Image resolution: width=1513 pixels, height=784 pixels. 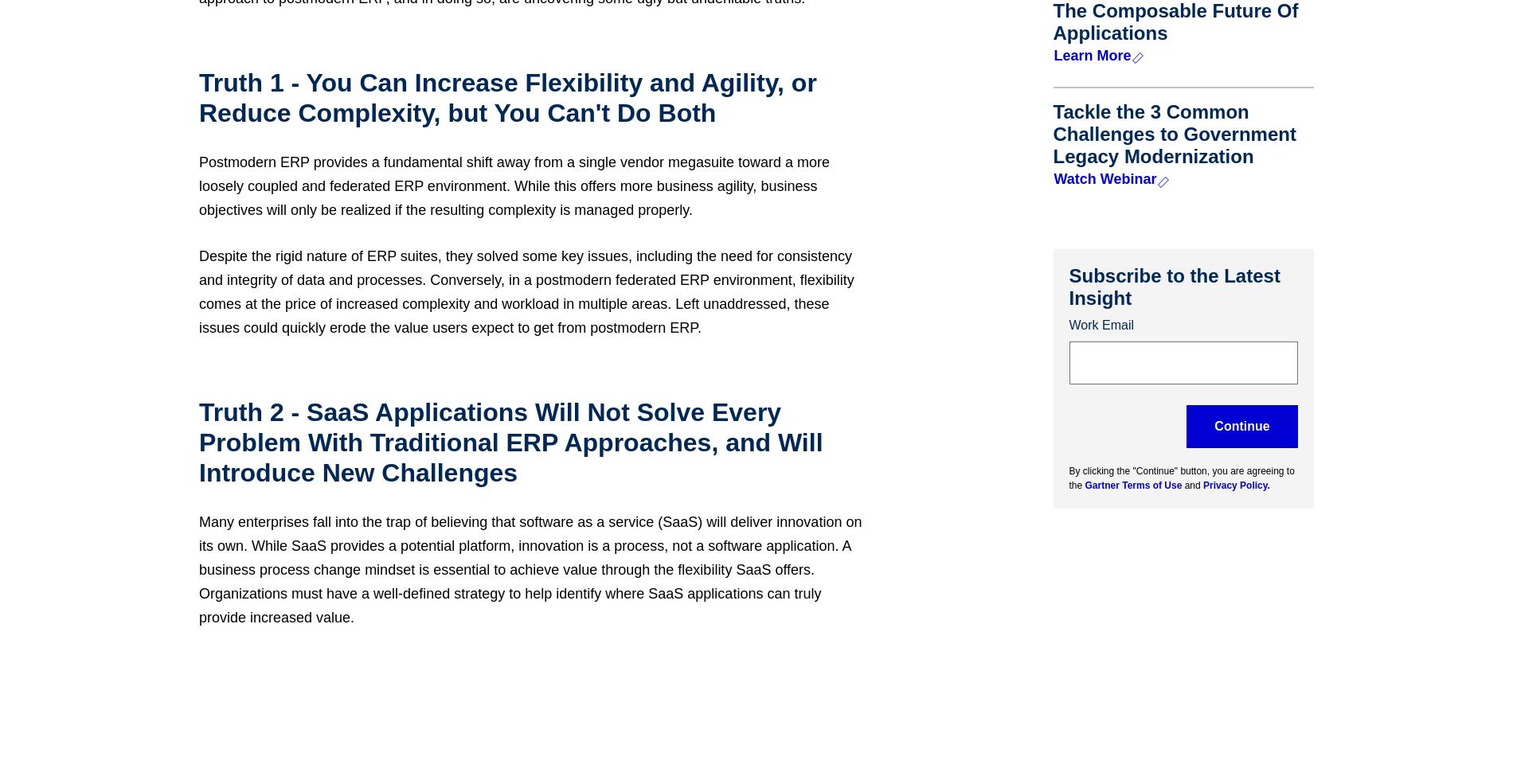 What do you see at coordinates (510, 443) in the screenshot?
I see `'Truth 2 - SaaS Applications Will Not Solve Every Problem With Traditional ERP Approaches, and Will Introduce New Challenges'` at bounding box center [510, 443].